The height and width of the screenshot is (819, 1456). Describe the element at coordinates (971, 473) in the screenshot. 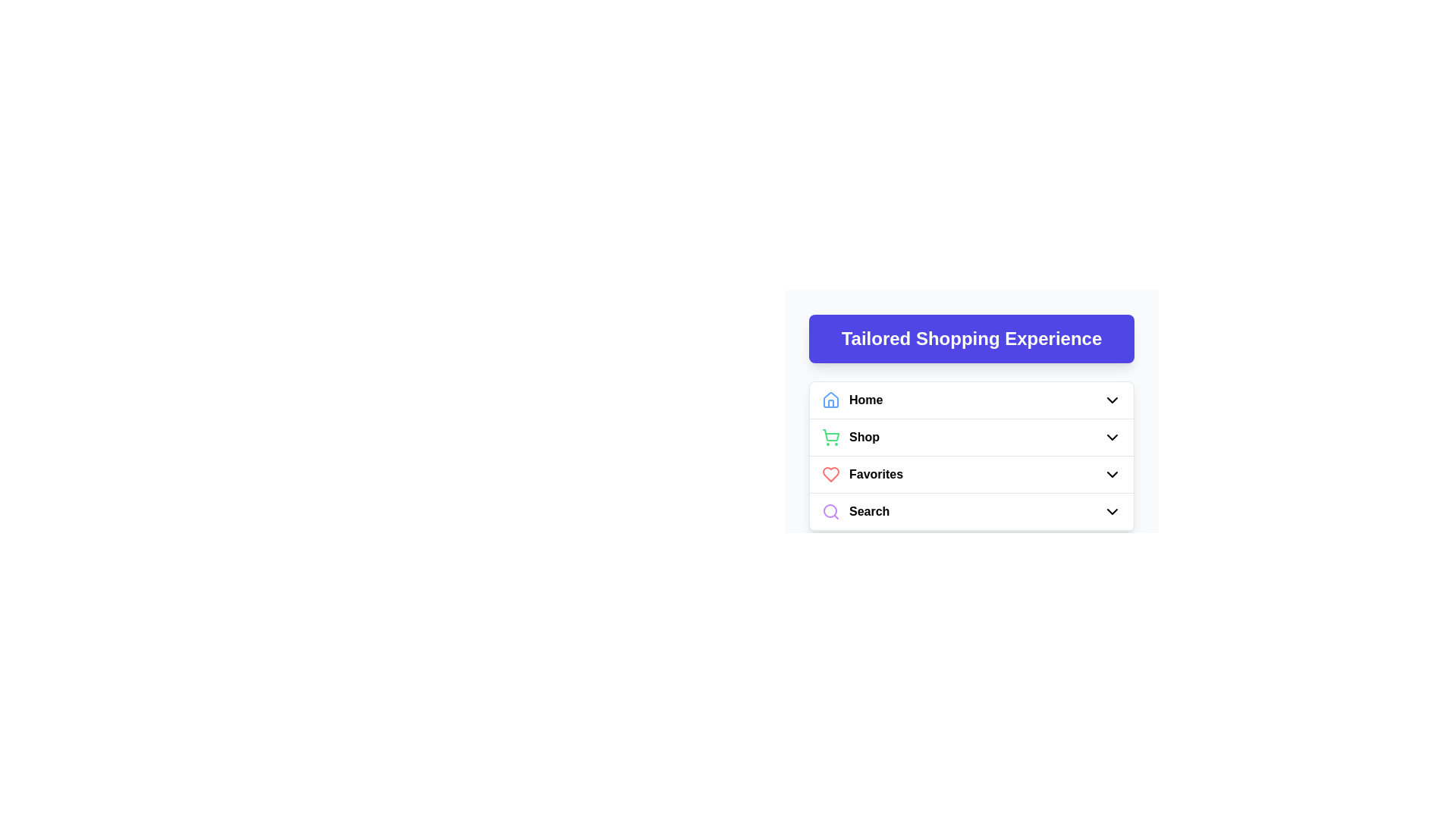

I see `the 'Favorites' menu item, which is the third row in the vertical menu structure` at that location.